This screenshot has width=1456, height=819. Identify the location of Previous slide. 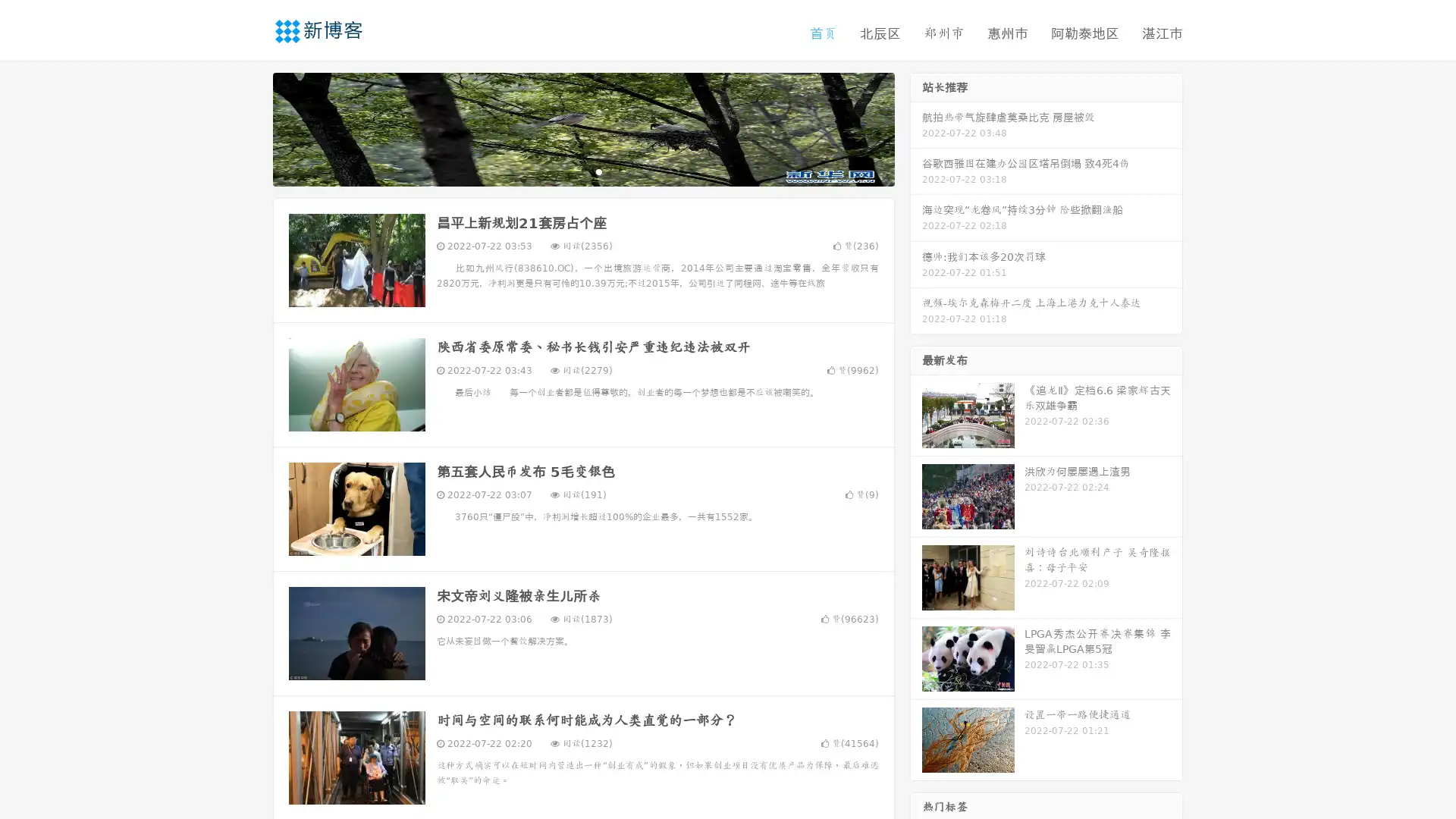
(250, 127).